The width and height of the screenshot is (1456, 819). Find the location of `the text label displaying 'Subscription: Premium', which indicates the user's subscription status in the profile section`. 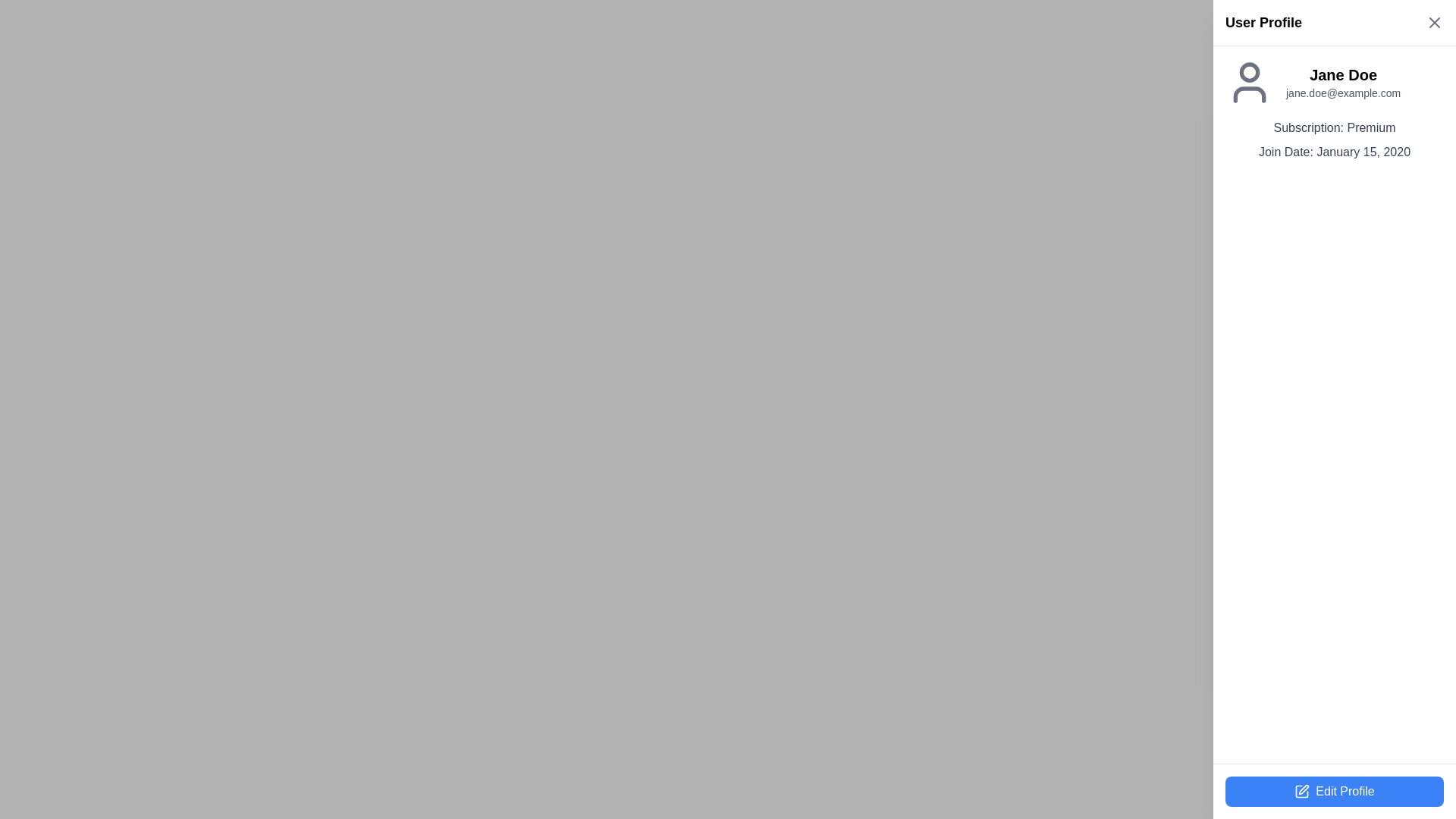

the text label displaying 'Subscription: Premium', which indicates the user's subscription status in the profile section is located at coordinates (1335, 127).